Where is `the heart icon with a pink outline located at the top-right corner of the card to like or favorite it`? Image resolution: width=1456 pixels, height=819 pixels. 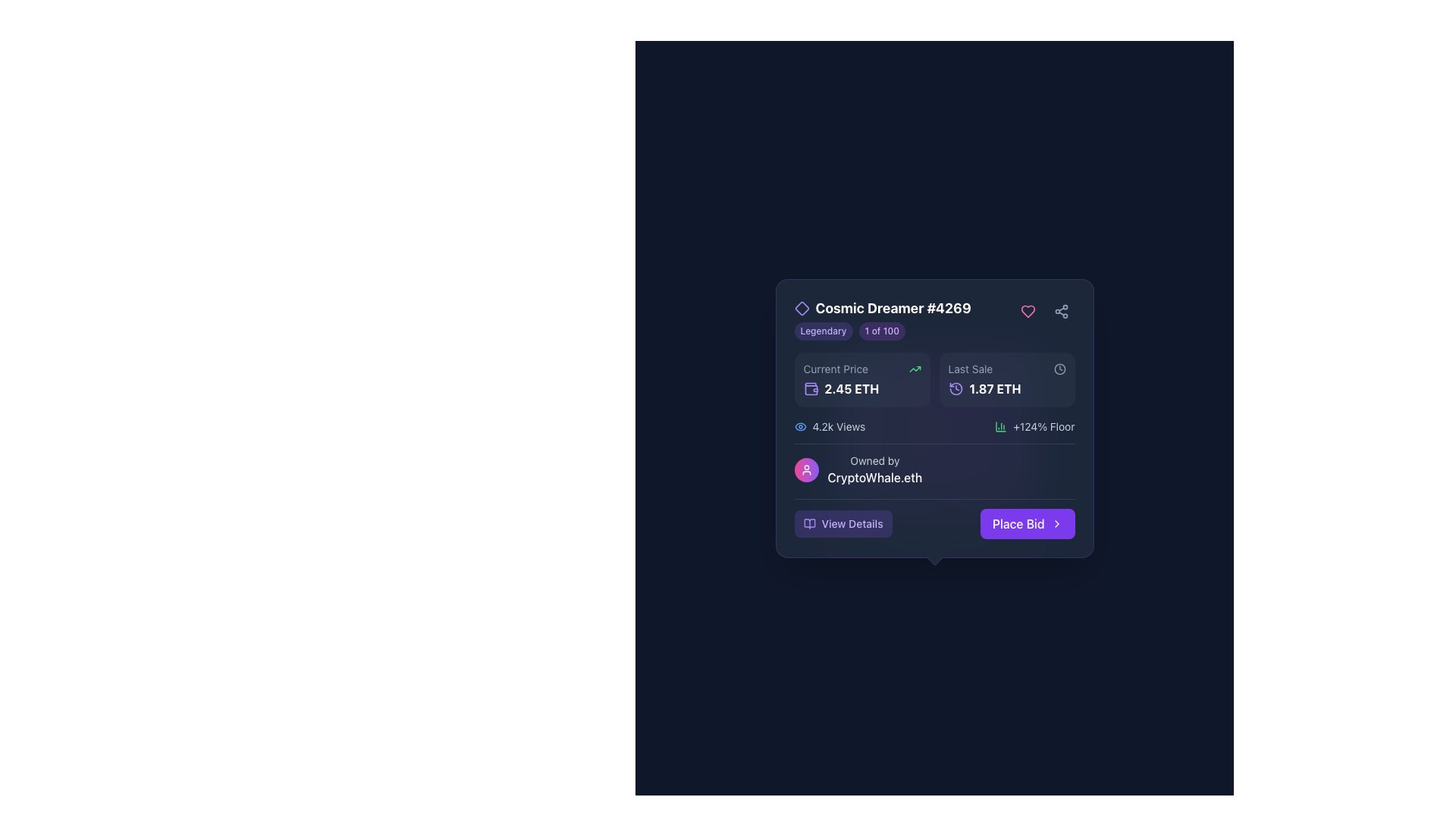
the heart icon with a pink outline located at the top-right corner of the card to like or favorite it is located at coordinates (1028, 311).